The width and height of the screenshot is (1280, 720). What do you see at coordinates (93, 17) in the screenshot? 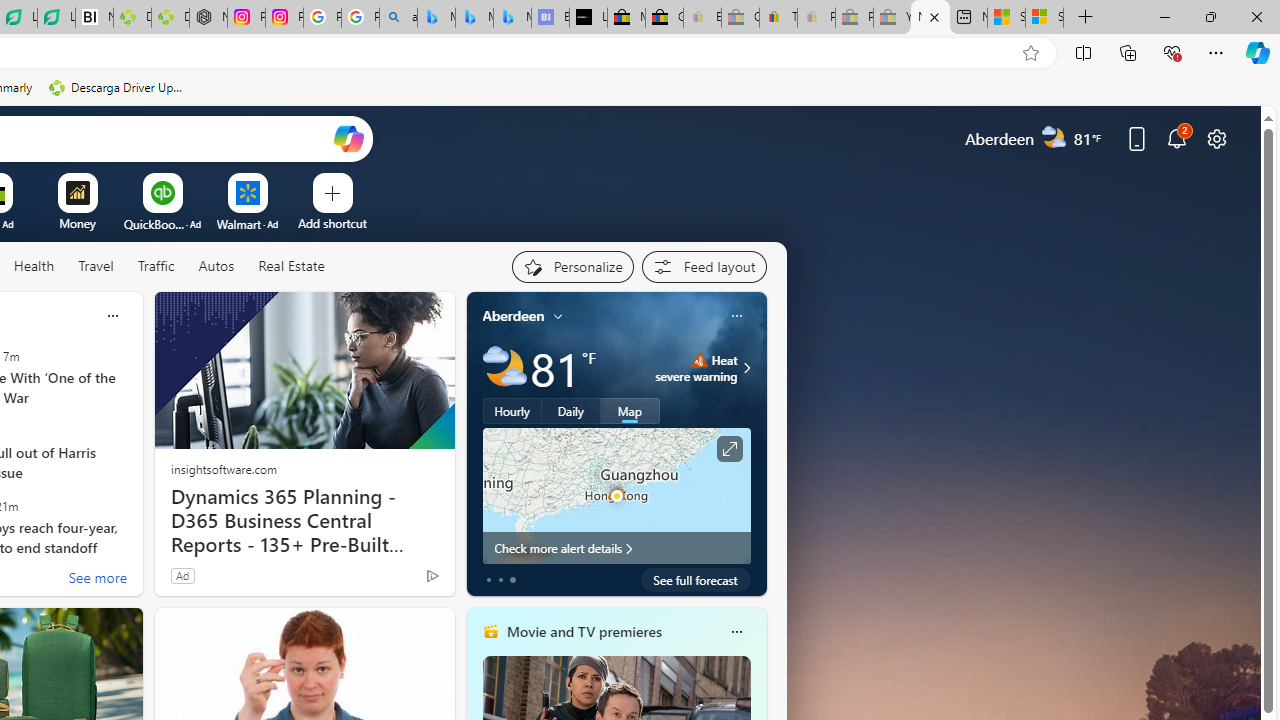
I see `'Nvidia va a poner a prueba la paciencia de los inversores'` at bounding box center [93, 17].